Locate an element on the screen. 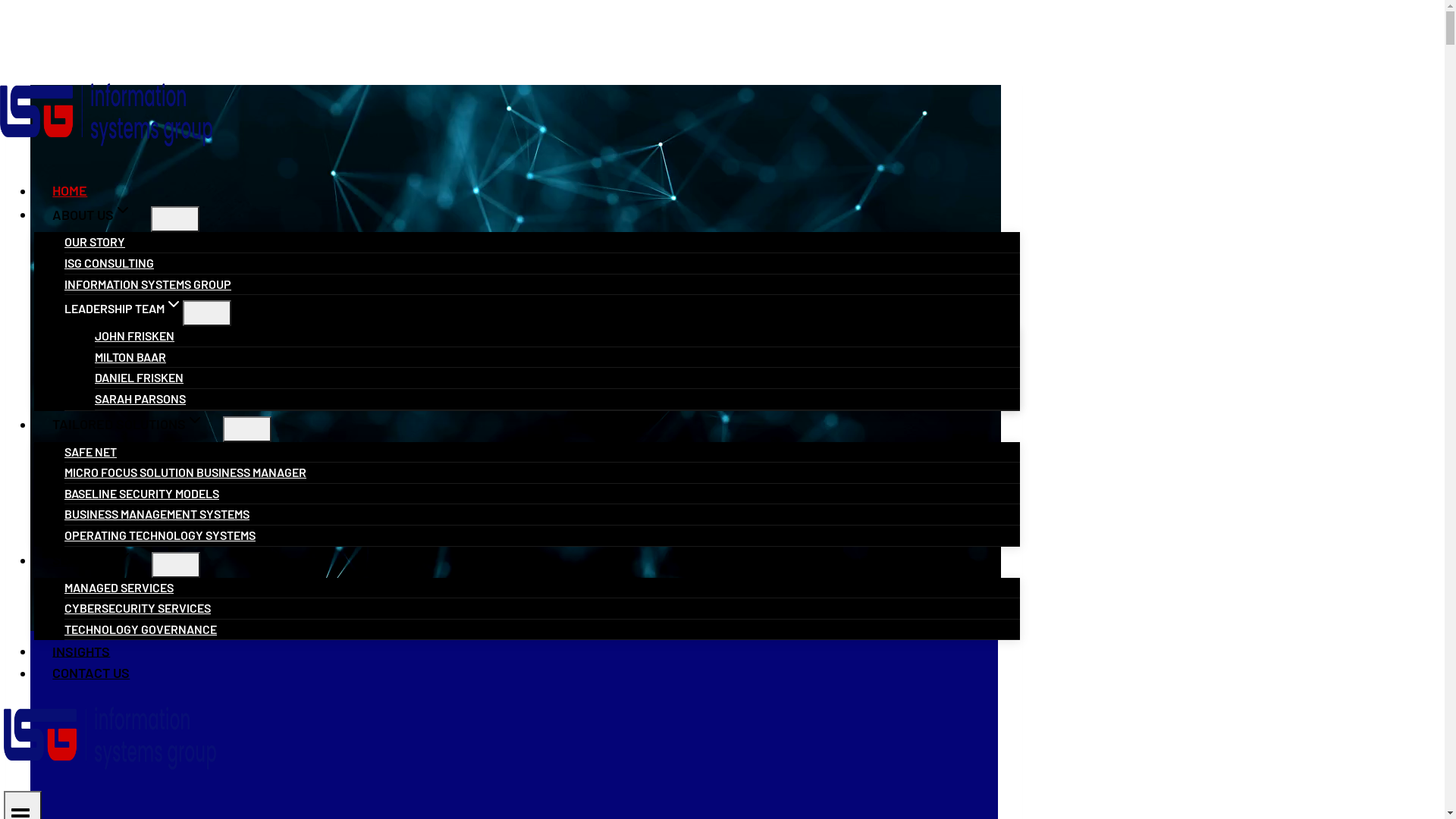 The height and width of the screenshot is (819, 1456). 'CYBERSECURITY SERVICES' is located at coordinates (137, 607).